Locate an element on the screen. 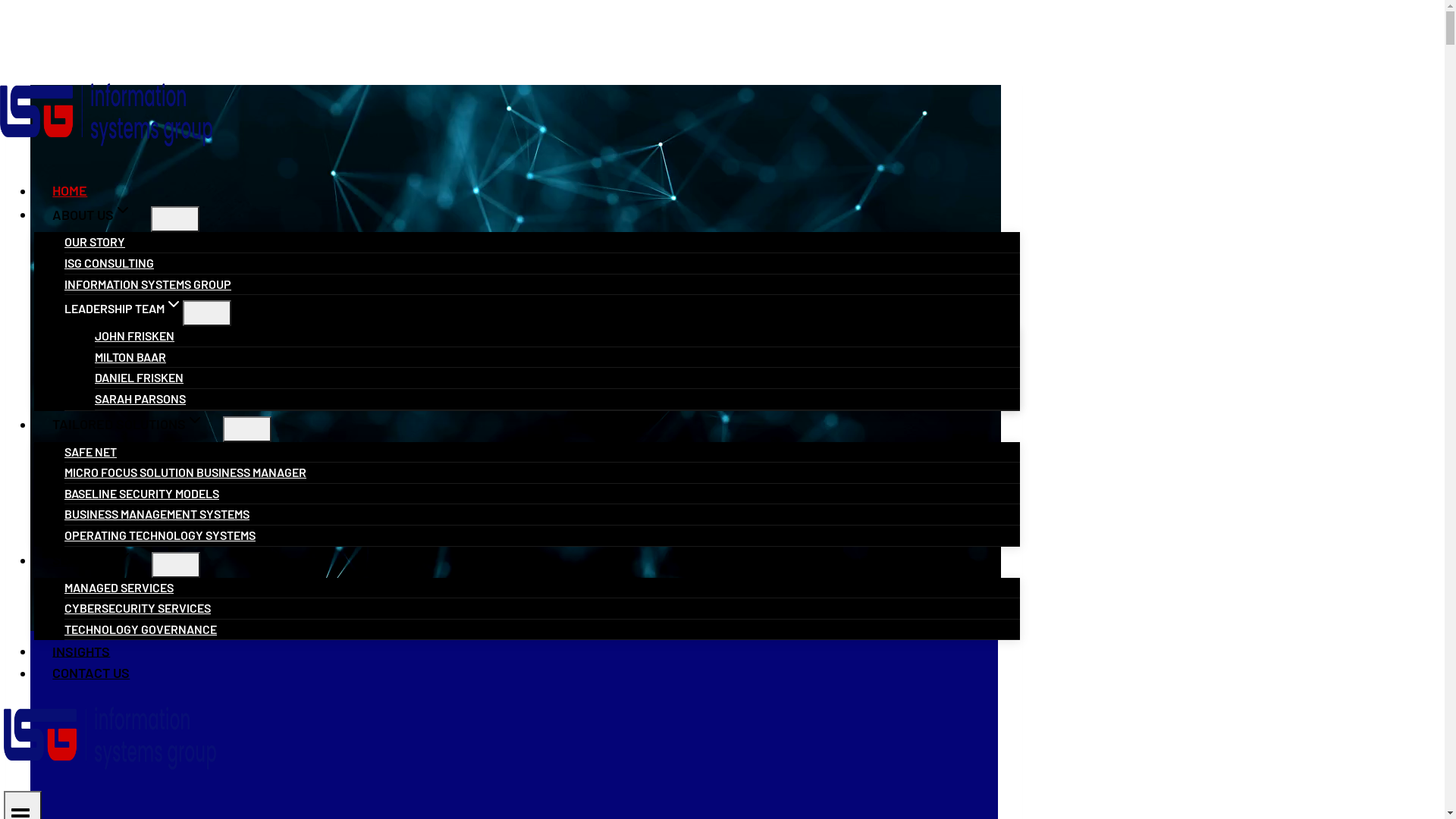 The height and width of the screenshot is (819, 1456). 'CYBERSECURITY SERVICES' is located at coordinates (137, 607).